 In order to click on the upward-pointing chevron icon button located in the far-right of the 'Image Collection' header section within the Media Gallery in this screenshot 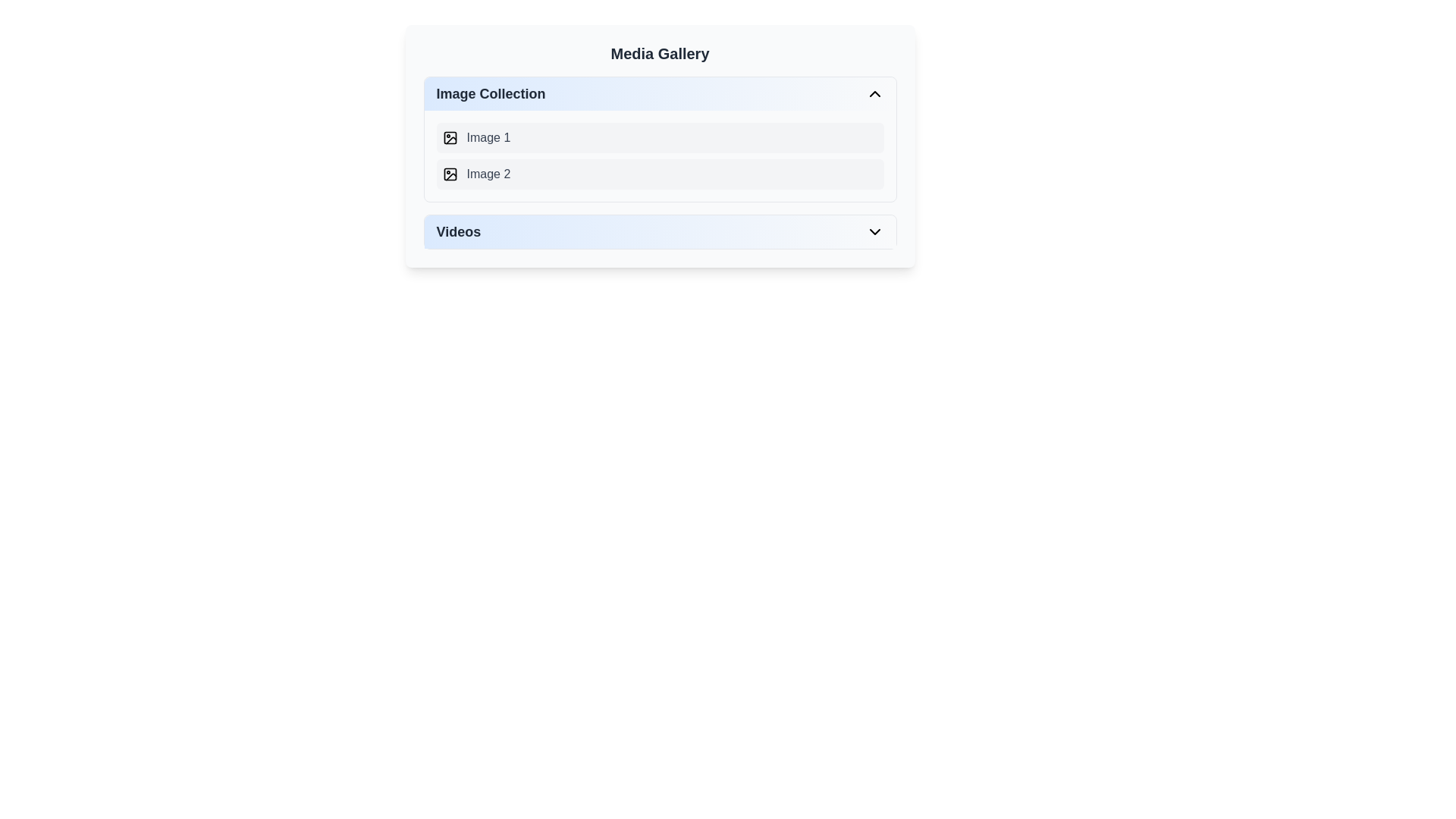, I will do `click(874, 93)`.